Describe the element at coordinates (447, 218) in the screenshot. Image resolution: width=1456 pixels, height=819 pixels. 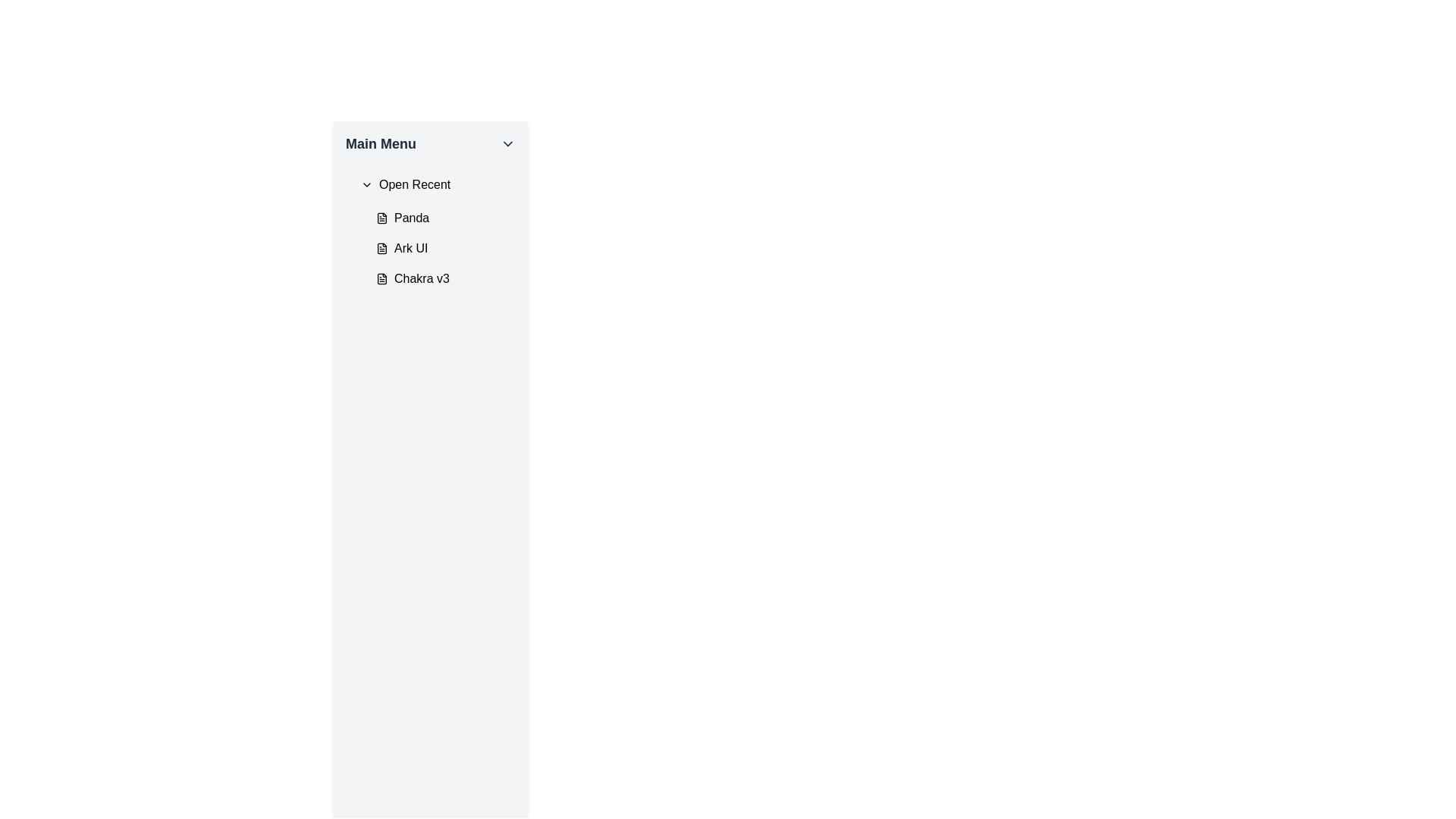
I see `the menu item labeled 'Panda', which is the first item in a vertical list containing similar items, to trigger visual feedback` at that location.